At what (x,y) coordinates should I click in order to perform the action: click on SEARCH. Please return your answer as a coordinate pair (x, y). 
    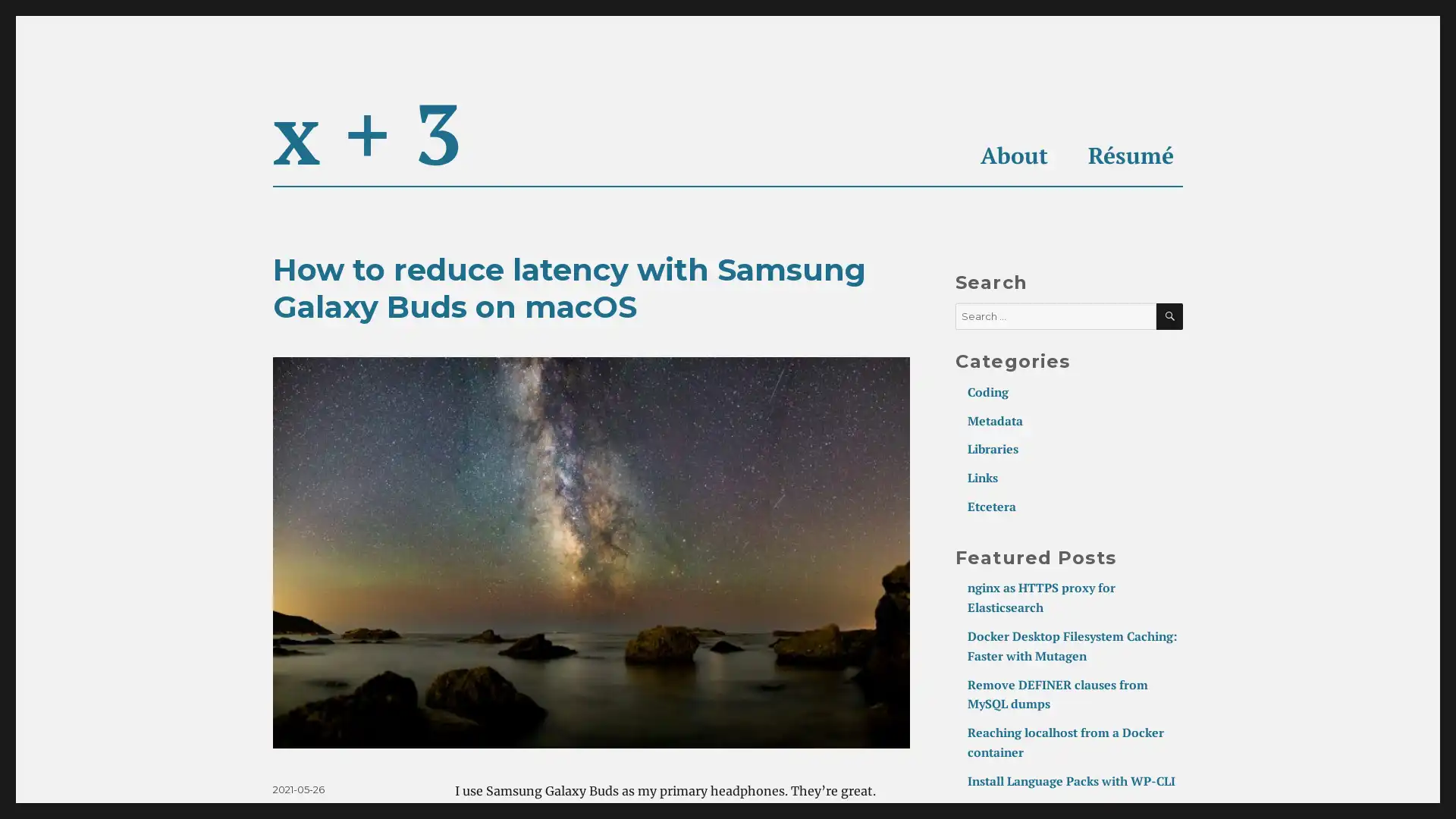
    Looking at the image, I should click on (1169, 315).